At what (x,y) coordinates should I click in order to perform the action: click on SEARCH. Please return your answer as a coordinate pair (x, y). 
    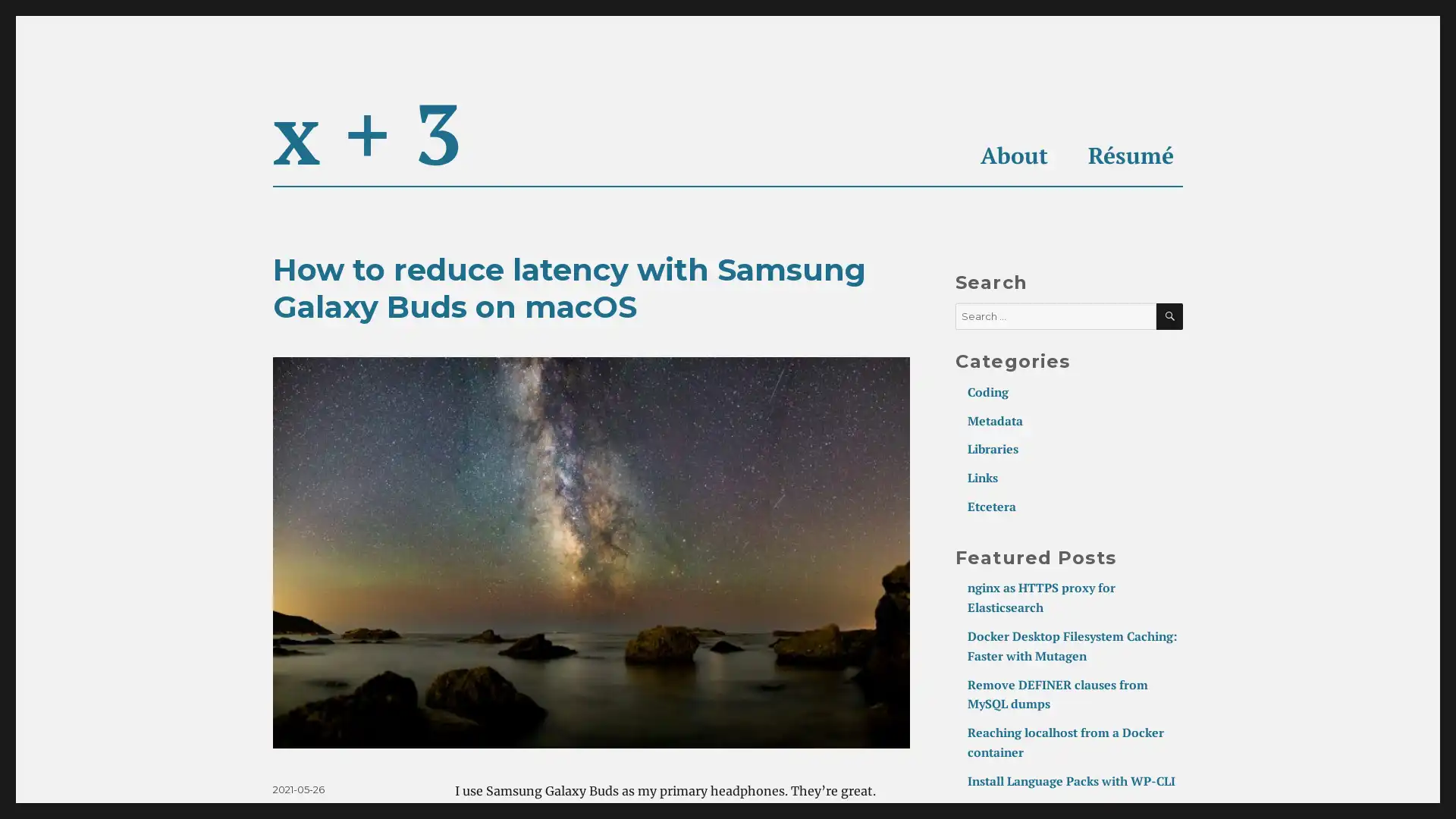
    Looking at the image, I should click on (1169, 315).